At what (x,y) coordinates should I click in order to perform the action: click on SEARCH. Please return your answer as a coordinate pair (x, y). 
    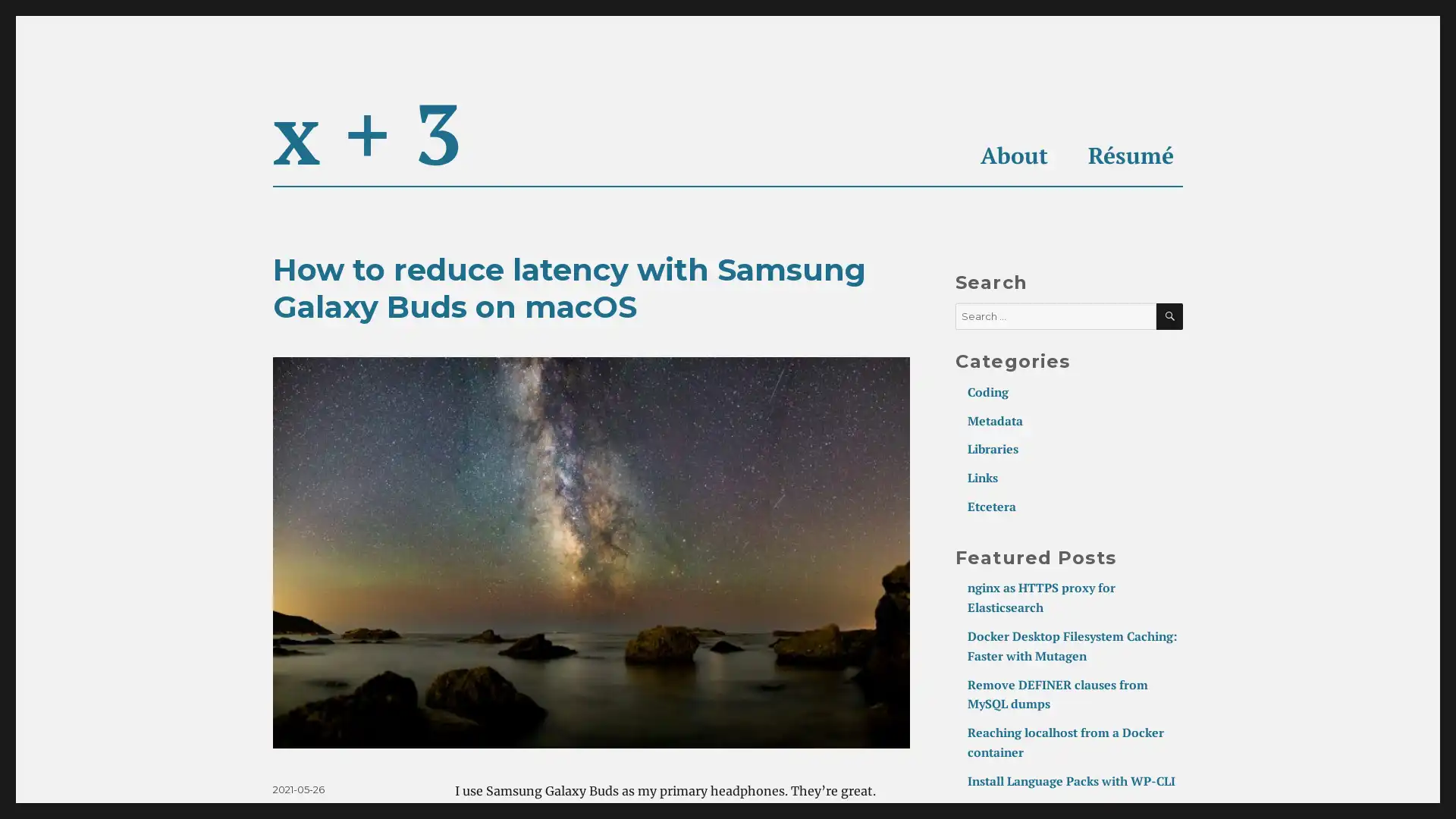
    Looking at the image, I should click on (1169, 315).